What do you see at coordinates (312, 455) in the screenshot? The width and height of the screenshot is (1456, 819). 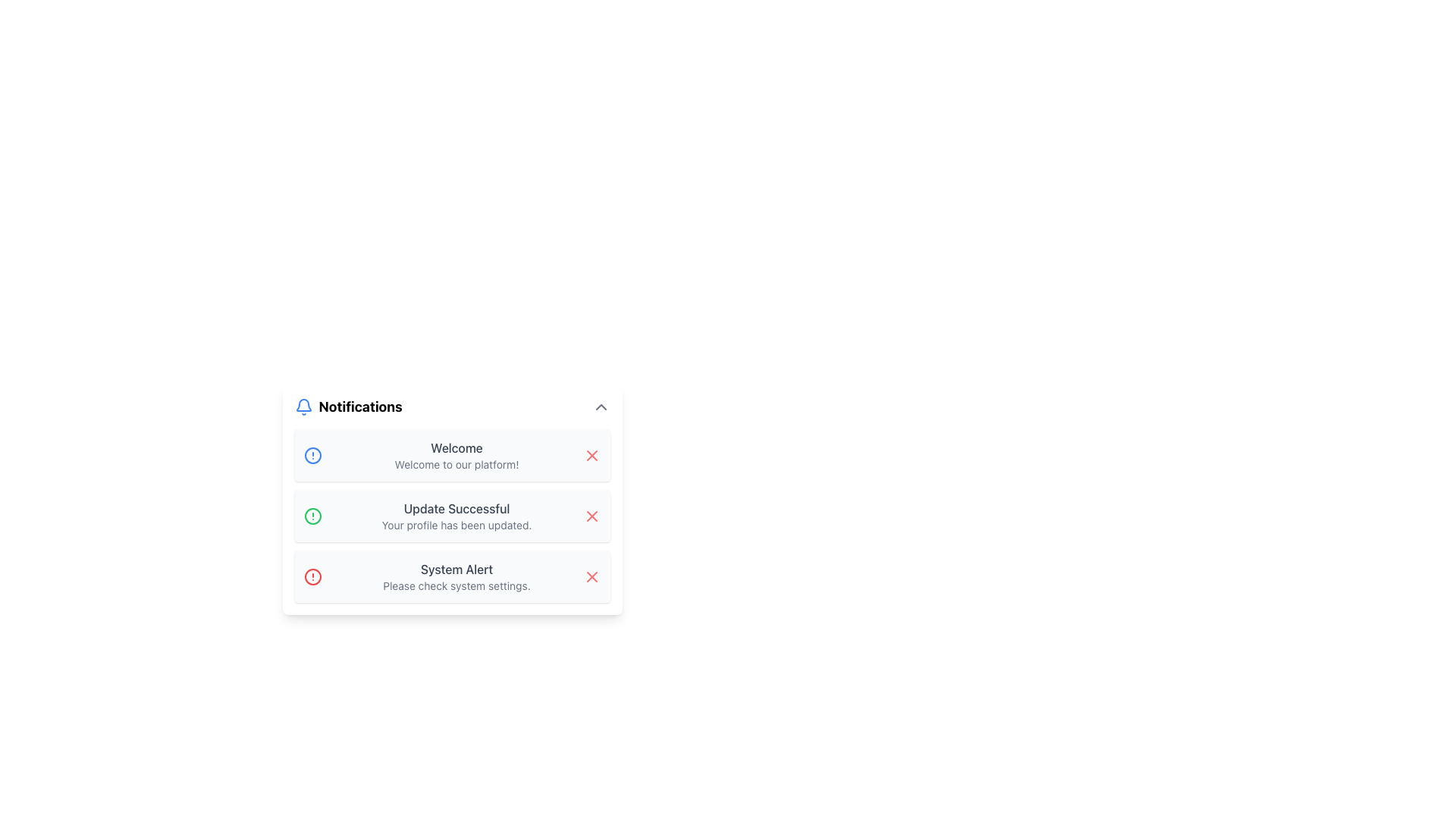 I see `the Notification Status Icon, which is a blue circular border enclosing a white interior, located next to the 'Welcome' notification text` at bounding box center [312, 455].